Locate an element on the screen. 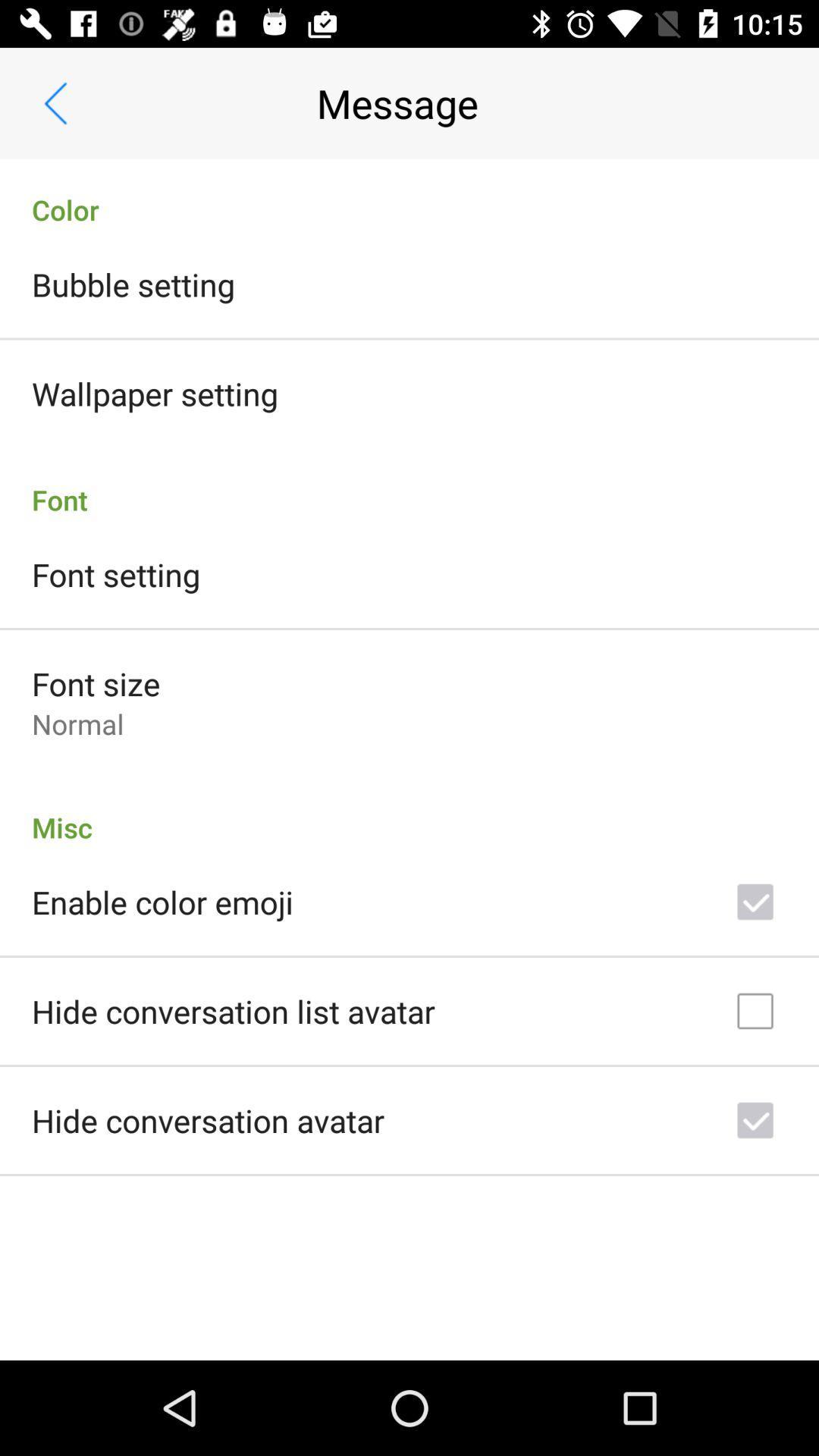 The height and width of the screenshot is (1456, 819). item below the normal item is located at coordinates (409, 811).